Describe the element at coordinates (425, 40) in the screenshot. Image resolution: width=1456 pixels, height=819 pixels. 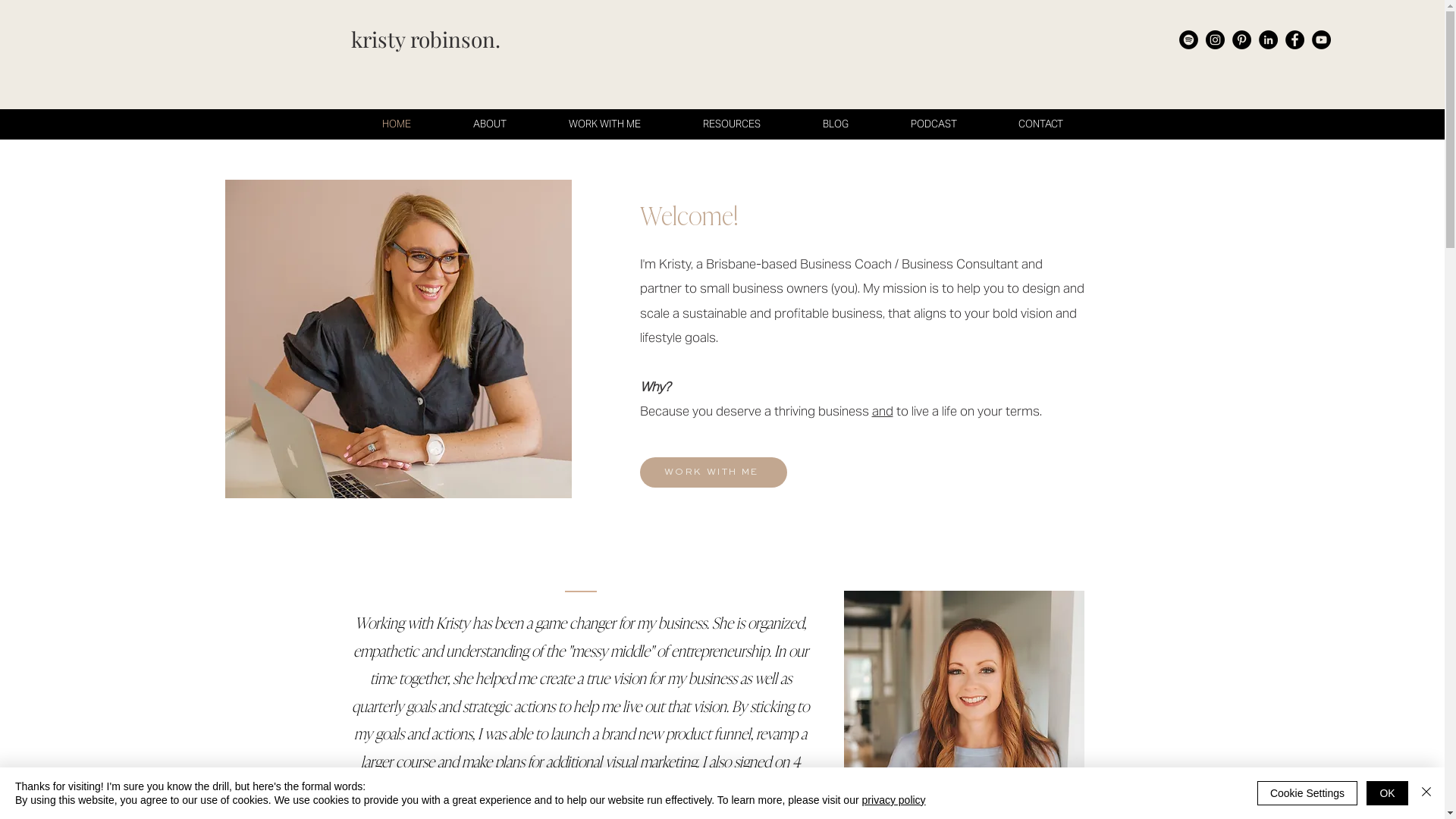
I see `'kristy robinson.'` at that location.